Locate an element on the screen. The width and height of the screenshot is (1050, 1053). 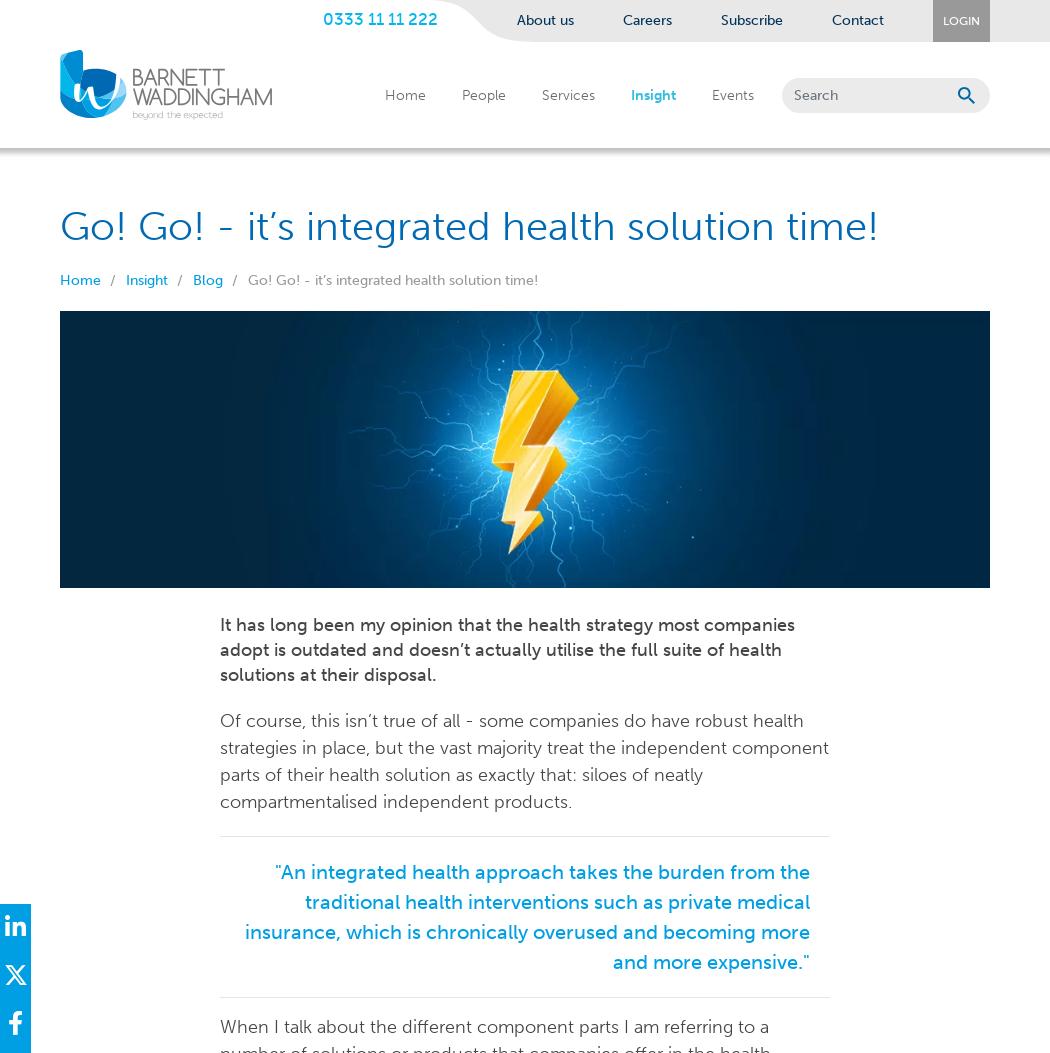
'It has long been my opinion that the health strategy most companies adopt is outdated and doesn’t actually utilise the full suite of health solutions at their disposal.' is located at coordinates (218, 649).